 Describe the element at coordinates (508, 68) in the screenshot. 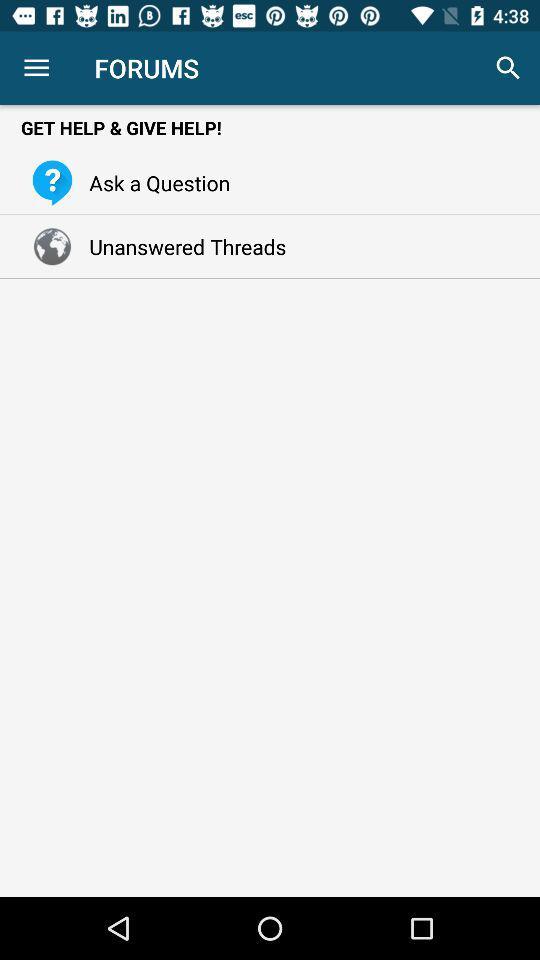

I see `the icon at the top right corner` at that location.